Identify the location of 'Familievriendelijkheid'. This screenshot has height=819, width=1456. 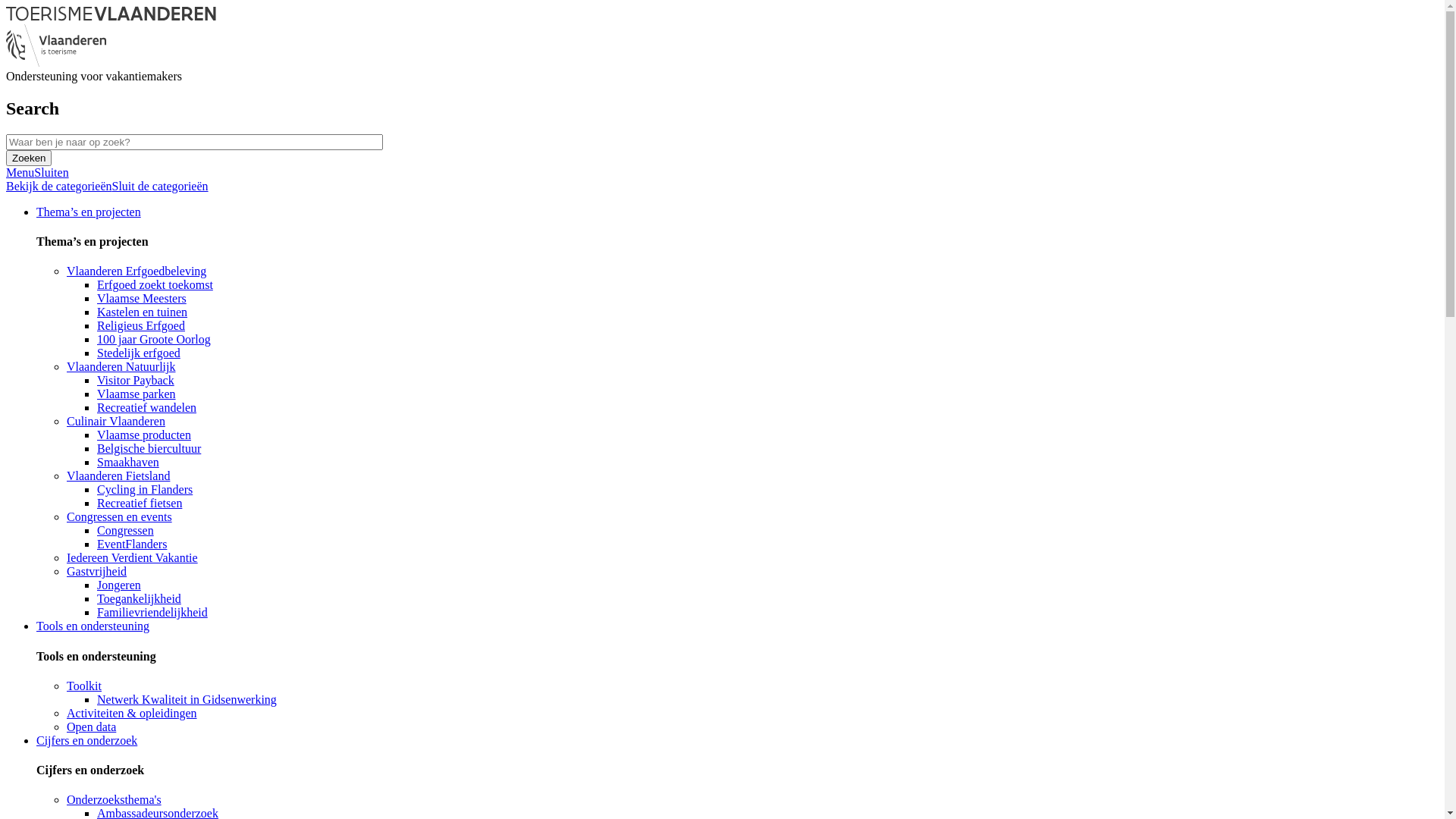
(152, 611).